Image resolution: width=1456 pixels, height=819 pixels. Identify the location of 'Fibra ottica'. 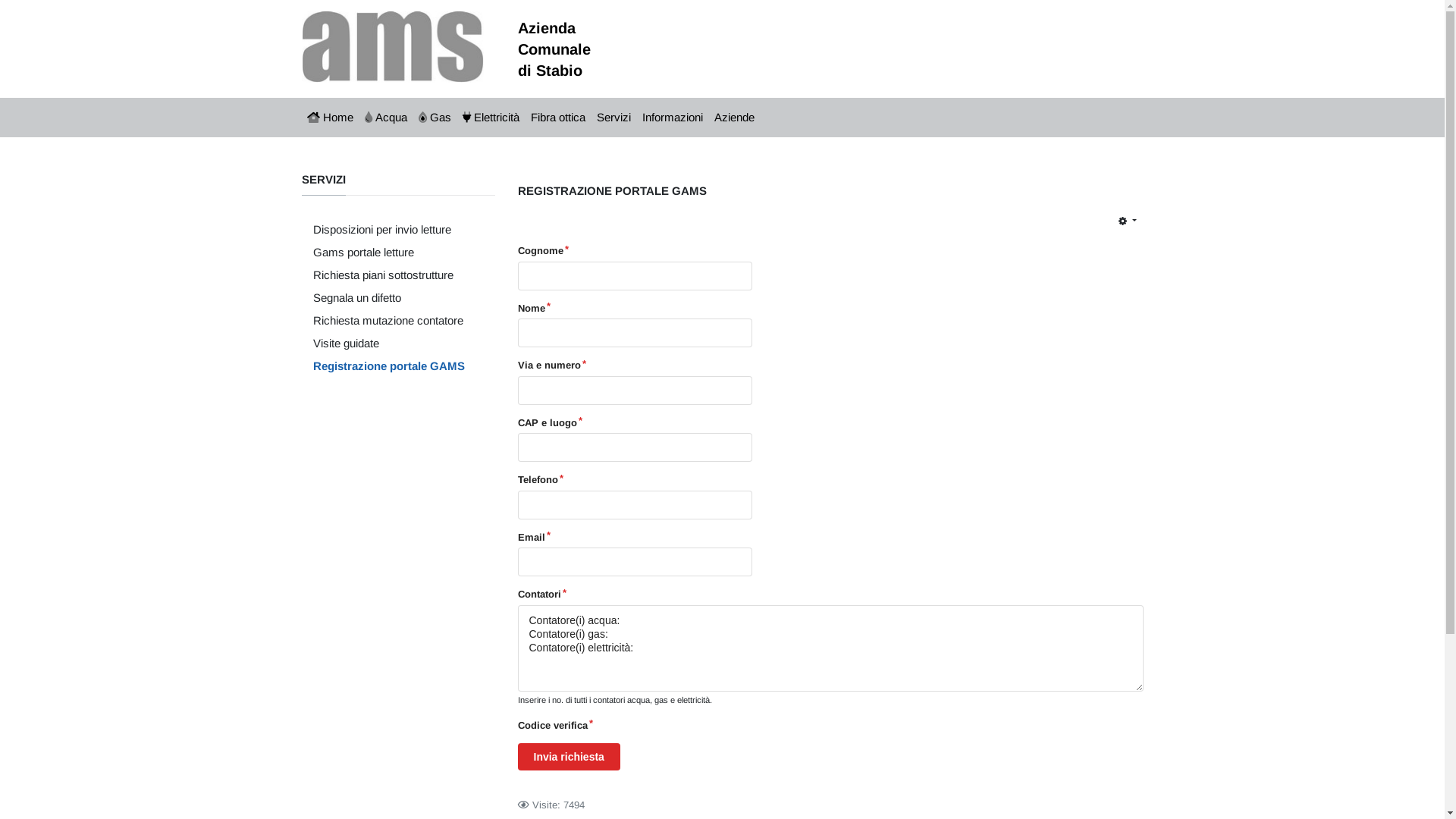
(557, 116).